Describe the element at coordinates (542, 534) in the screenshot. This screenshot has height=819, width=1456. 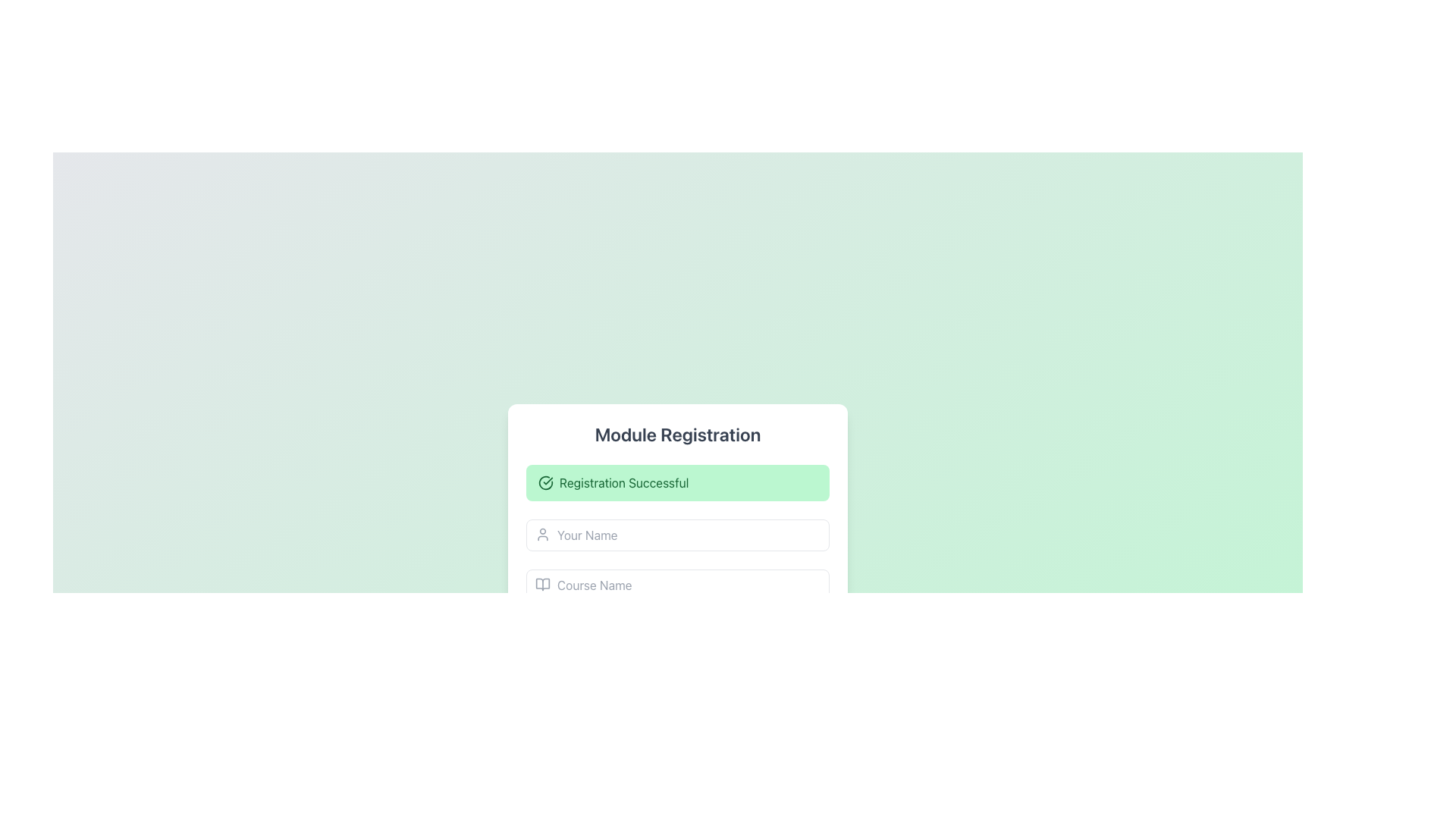
I see `the user icon located on the left-hand side of the 'Your Name' input box, which serves as a visual indicator for user identification` at that location.